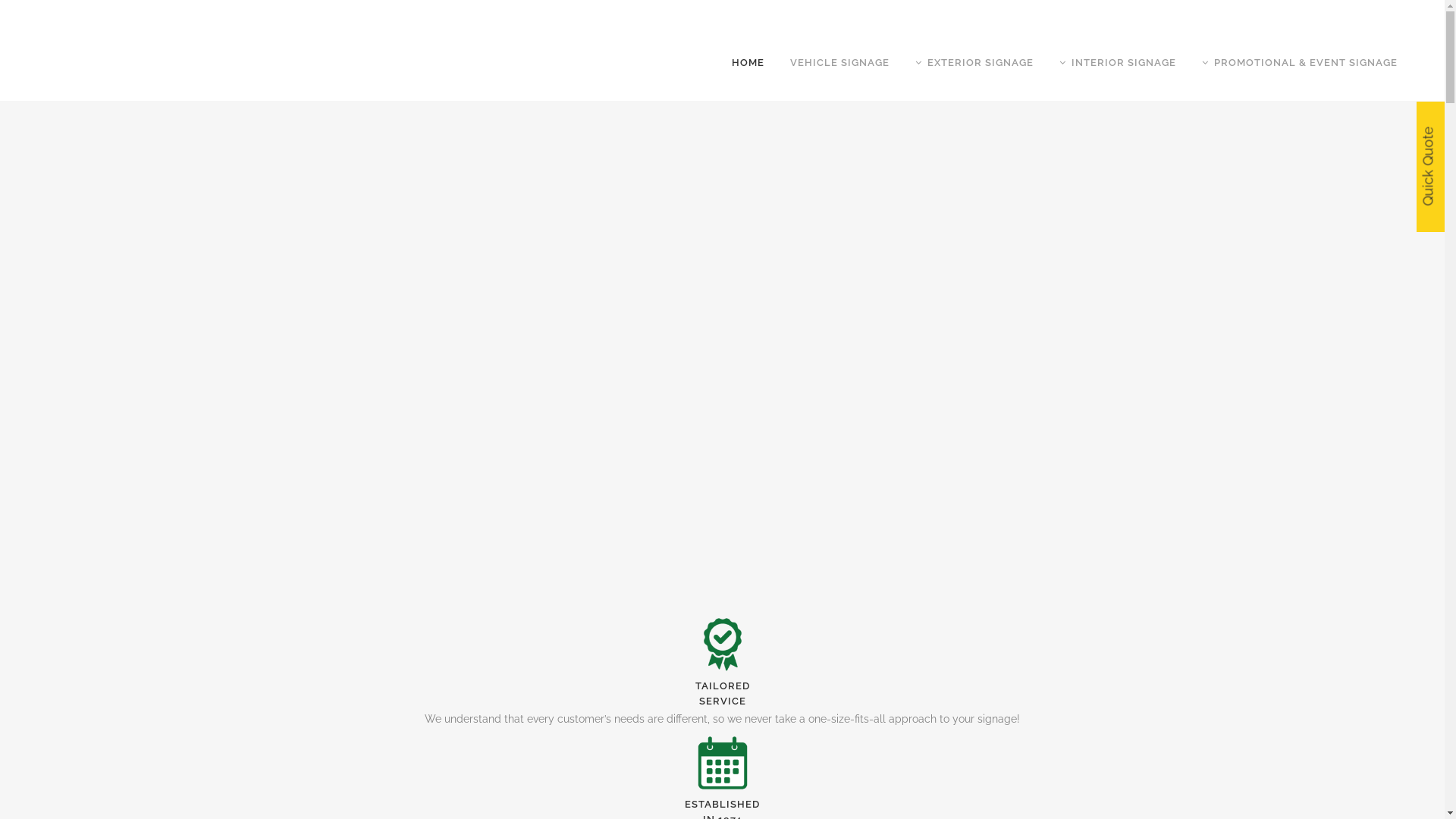 This screenshot has height=819, width=1456. What do you see at coordinates (1226, 12) in the screenshot?
I see `'ABOUT US'` at bounding box center [1226, 12].